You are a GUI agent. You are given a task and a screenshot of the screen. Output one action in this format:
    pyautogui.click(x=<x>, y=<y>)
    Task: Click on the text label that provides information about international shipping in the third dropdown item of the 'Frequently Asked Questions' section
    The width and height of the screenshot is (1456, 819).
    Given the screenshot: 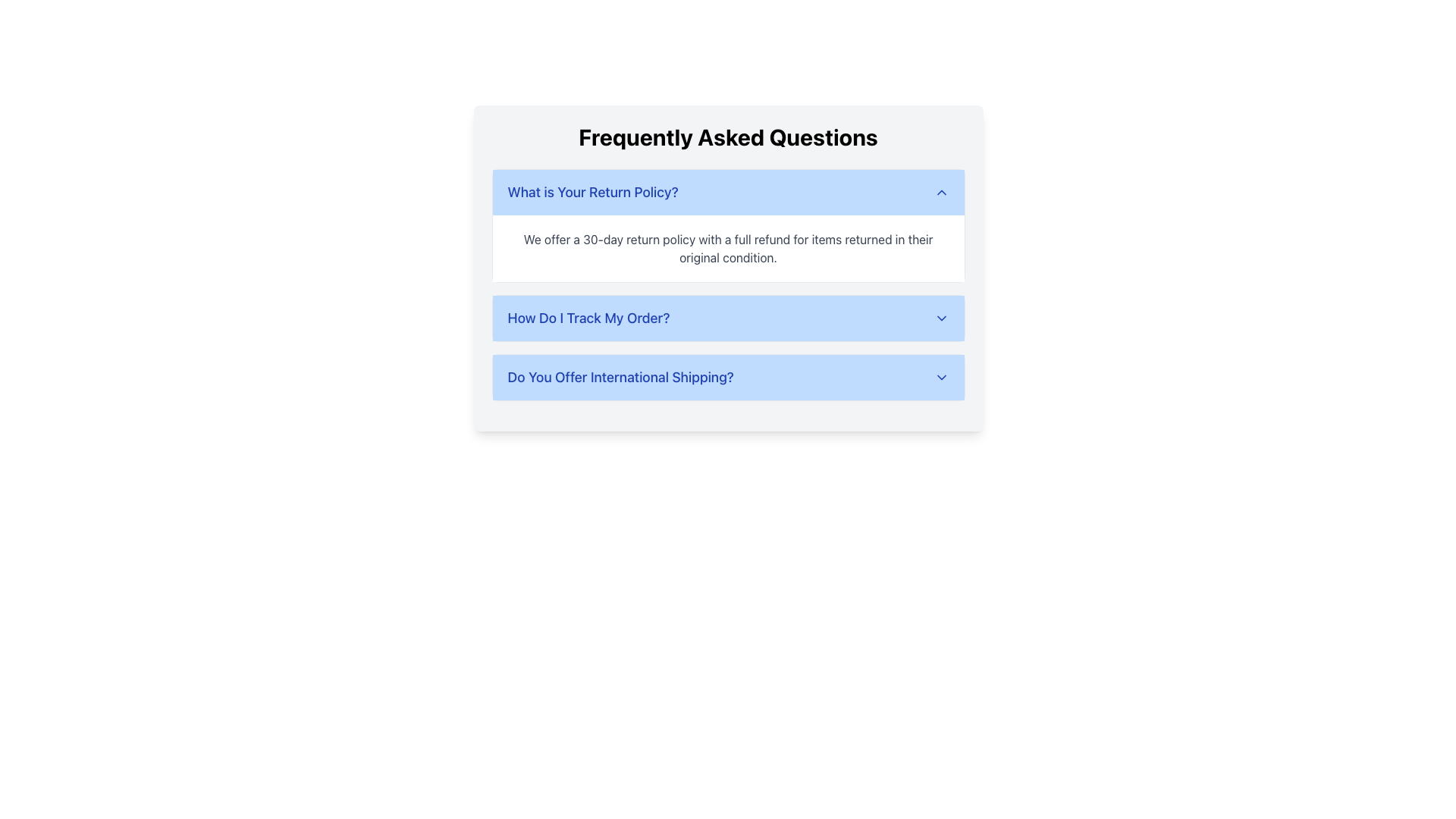 What is the action you would take?
    pyautogui.click(x=620, y=376)
    